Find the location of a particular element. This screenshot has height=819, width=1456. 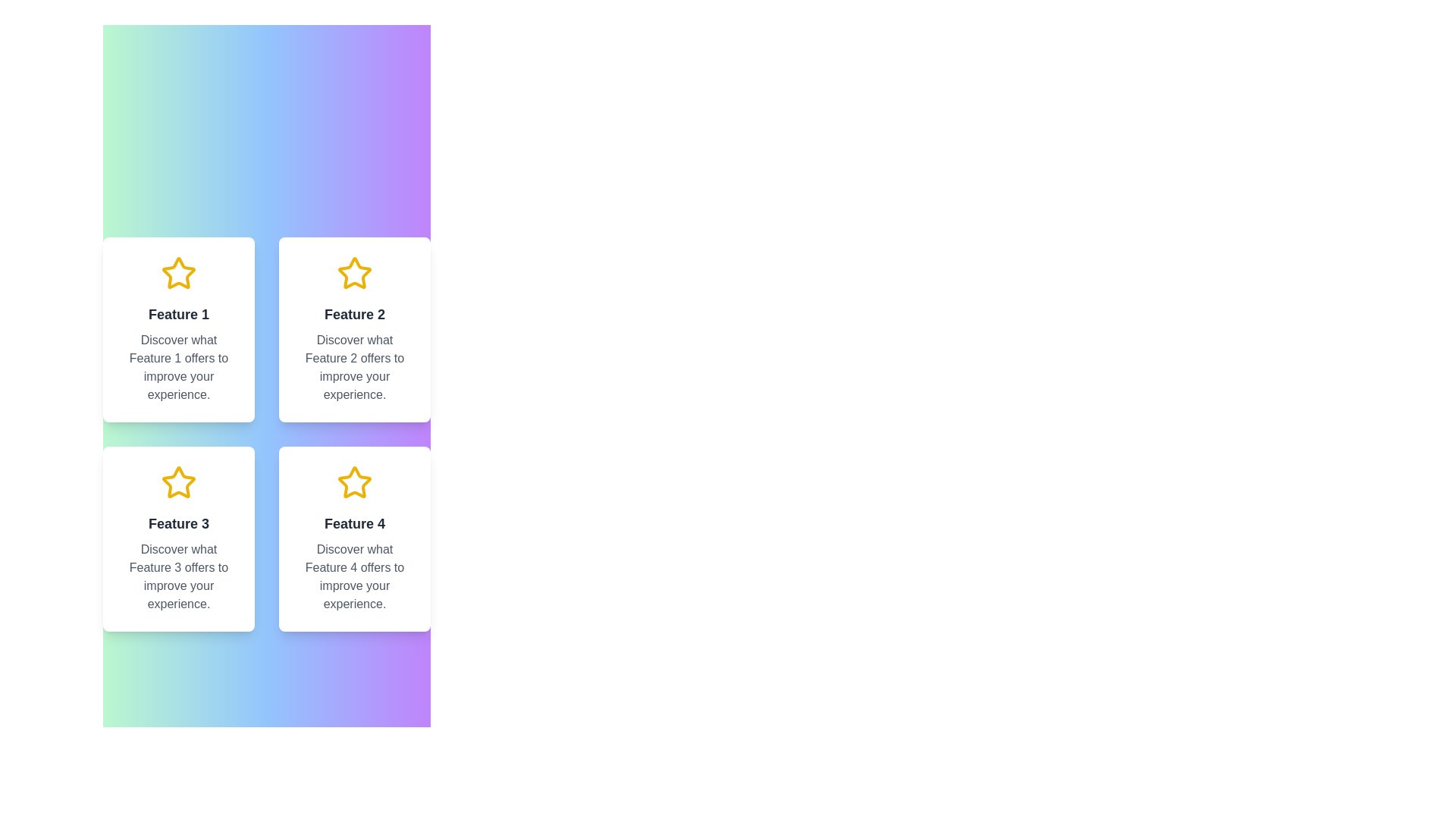

the yellow star icon with a hollow center located in the top-left card of the grid, which is associated with the heading 'Feature 1' is located at coordinates (178, 274).